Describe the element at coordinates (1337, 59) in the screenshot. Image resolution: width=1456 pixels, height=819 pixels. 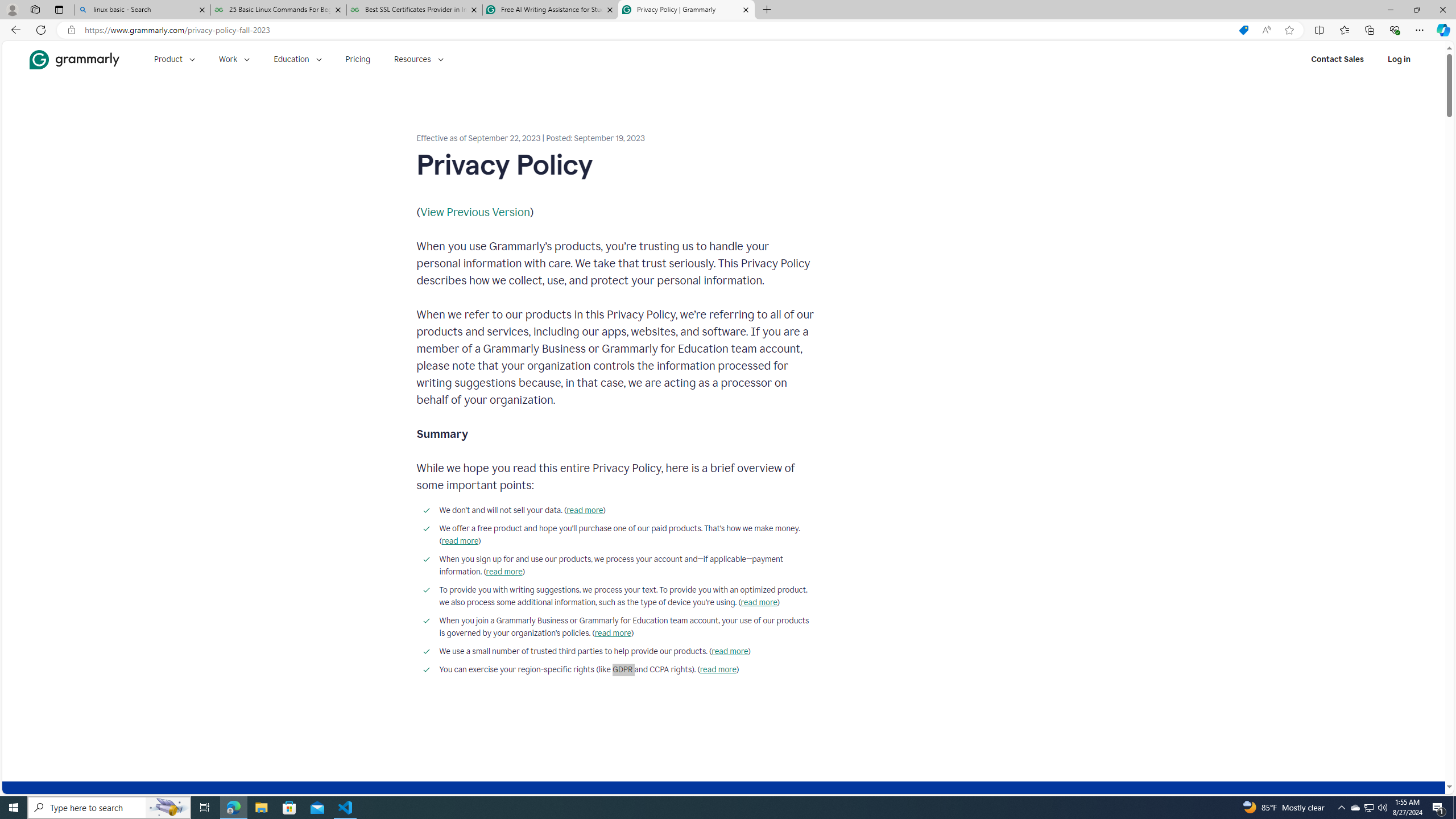
I see `'Contact Sales'` at that location.